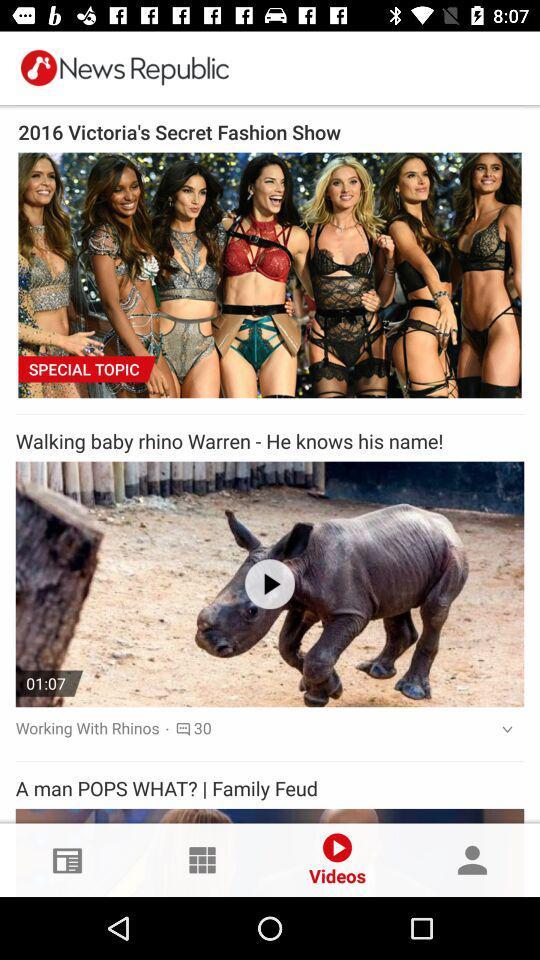  I want to click on the profile option in the bottom right, so click(472, 859).